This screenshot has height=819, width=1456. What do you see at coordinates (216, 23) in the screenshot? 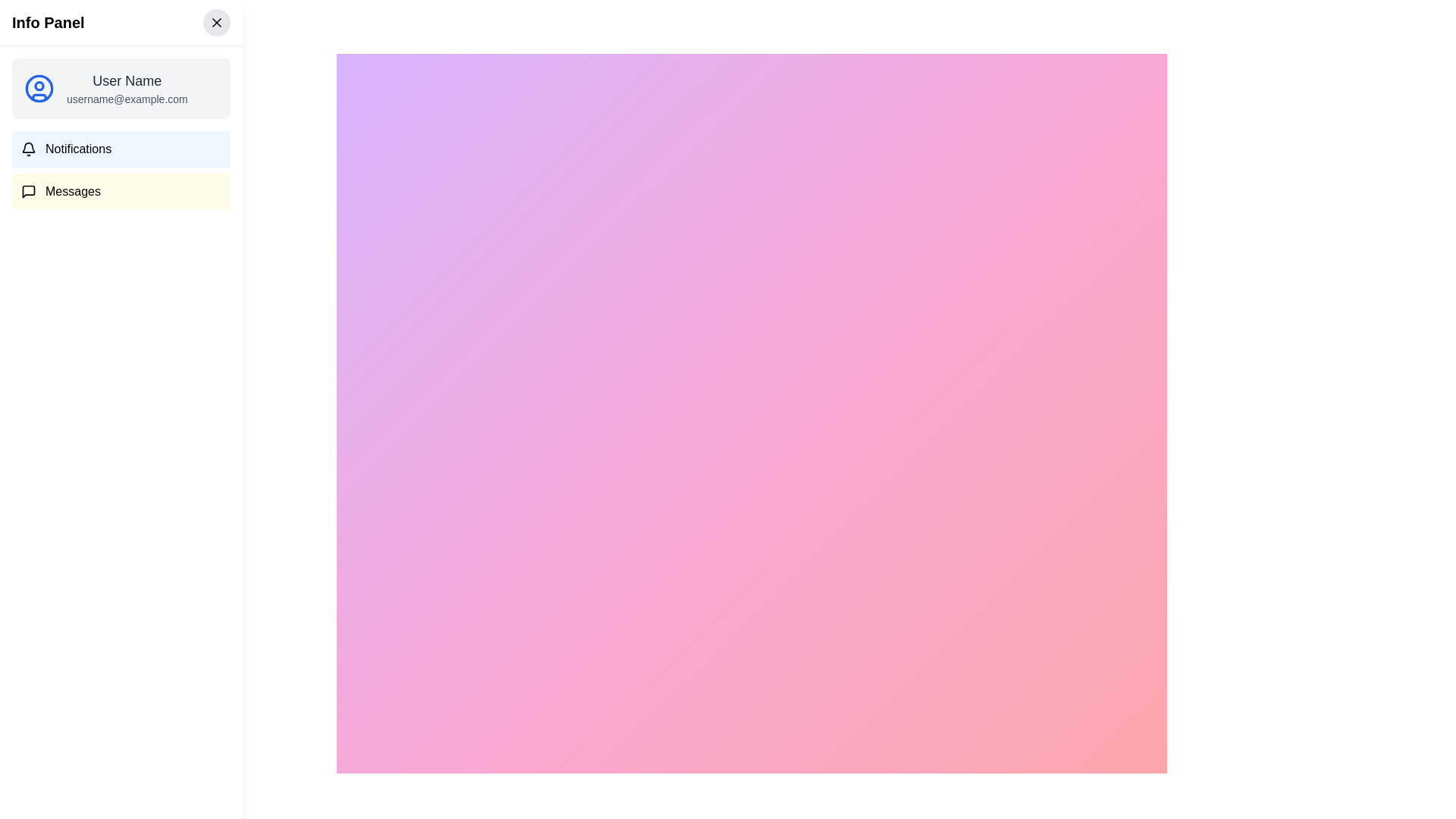
I see `the close button located in the top right corner of the 'Info Panel' section to hide or dismiss the panel` at bounding box center [216, 23].